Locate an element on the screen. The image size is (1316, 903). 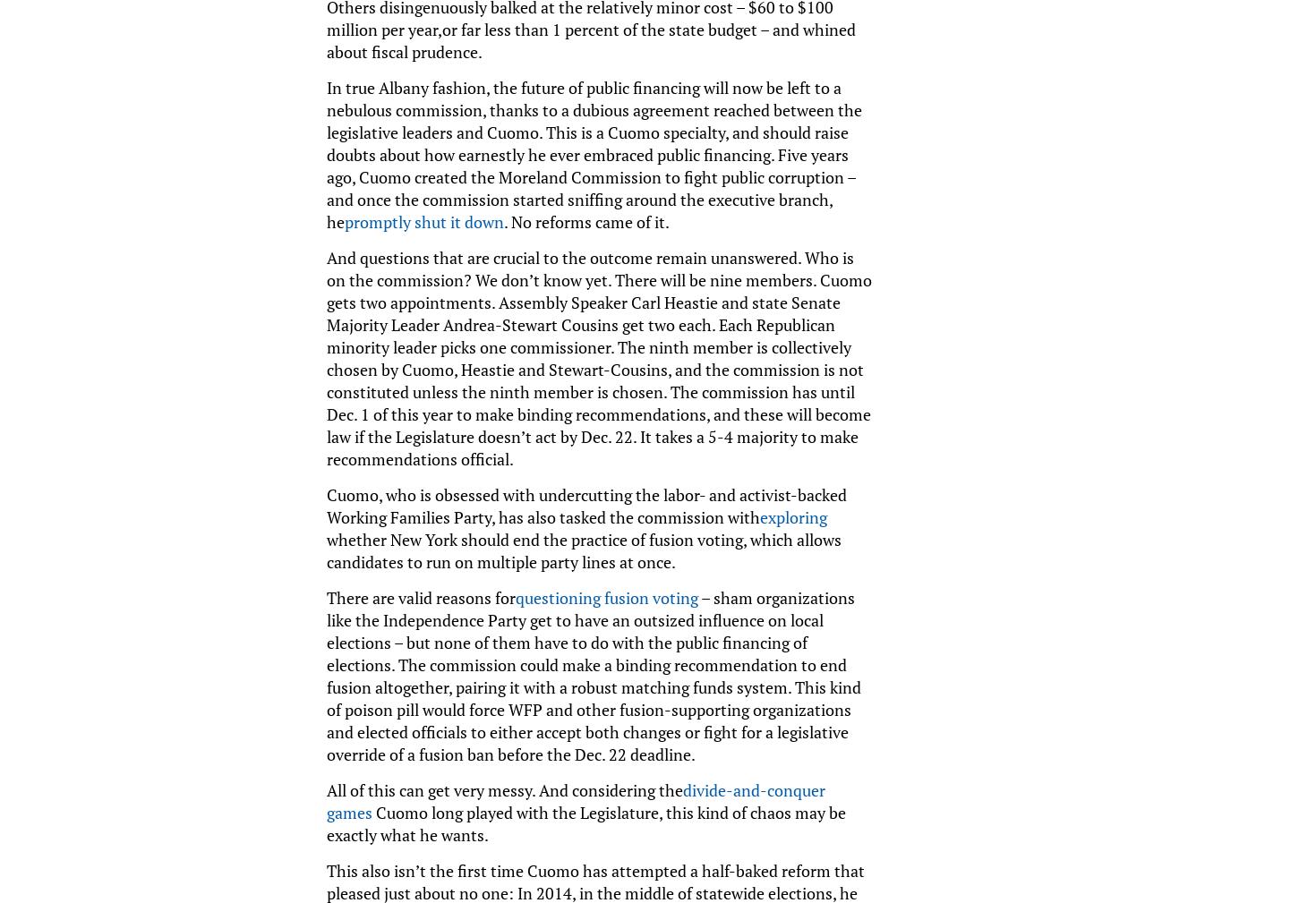
'All of this can get very messy. And considering the' is located at coordinates (504, 788).